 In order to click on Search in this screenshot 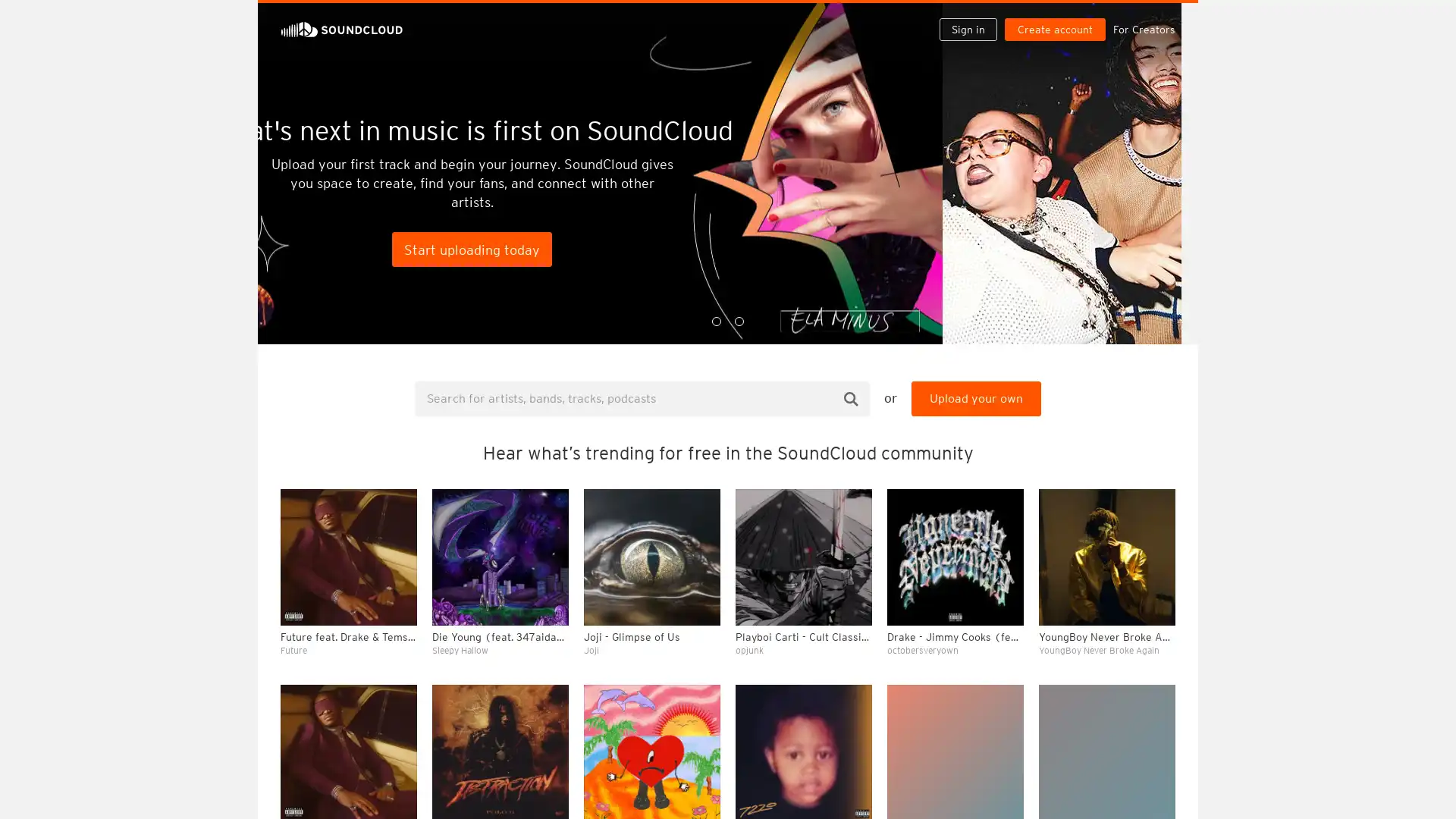, I will do `click(851, 397)`.